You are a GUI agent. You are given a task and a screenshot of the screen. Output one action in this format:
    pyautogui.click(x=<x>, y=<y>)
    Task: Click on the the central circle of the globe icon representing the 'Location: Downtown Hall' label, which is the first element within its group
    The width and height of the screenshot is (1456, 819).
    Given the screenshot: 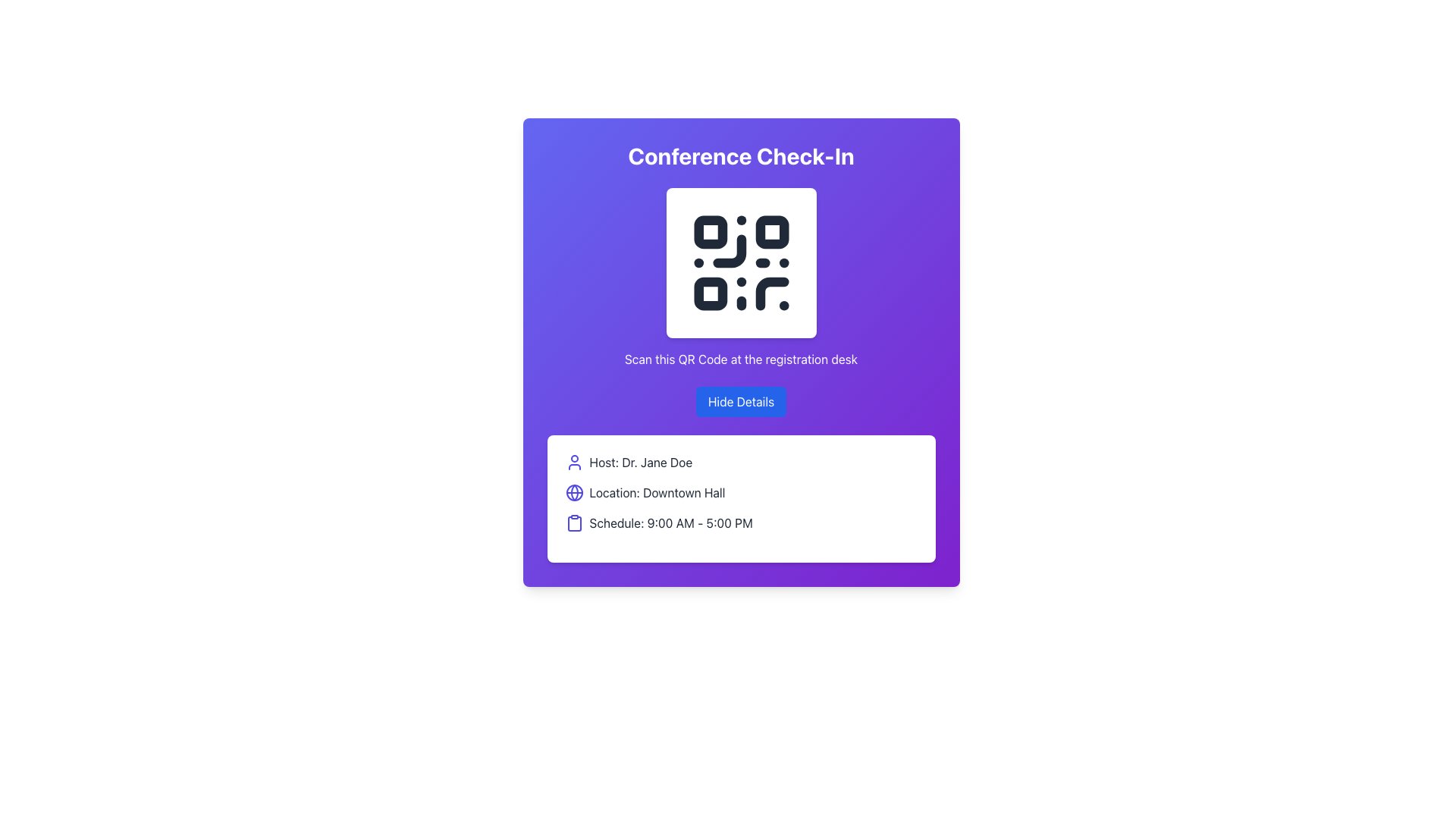 What is the action you would take?
    pyautogui.click(x=573, y=493)
    